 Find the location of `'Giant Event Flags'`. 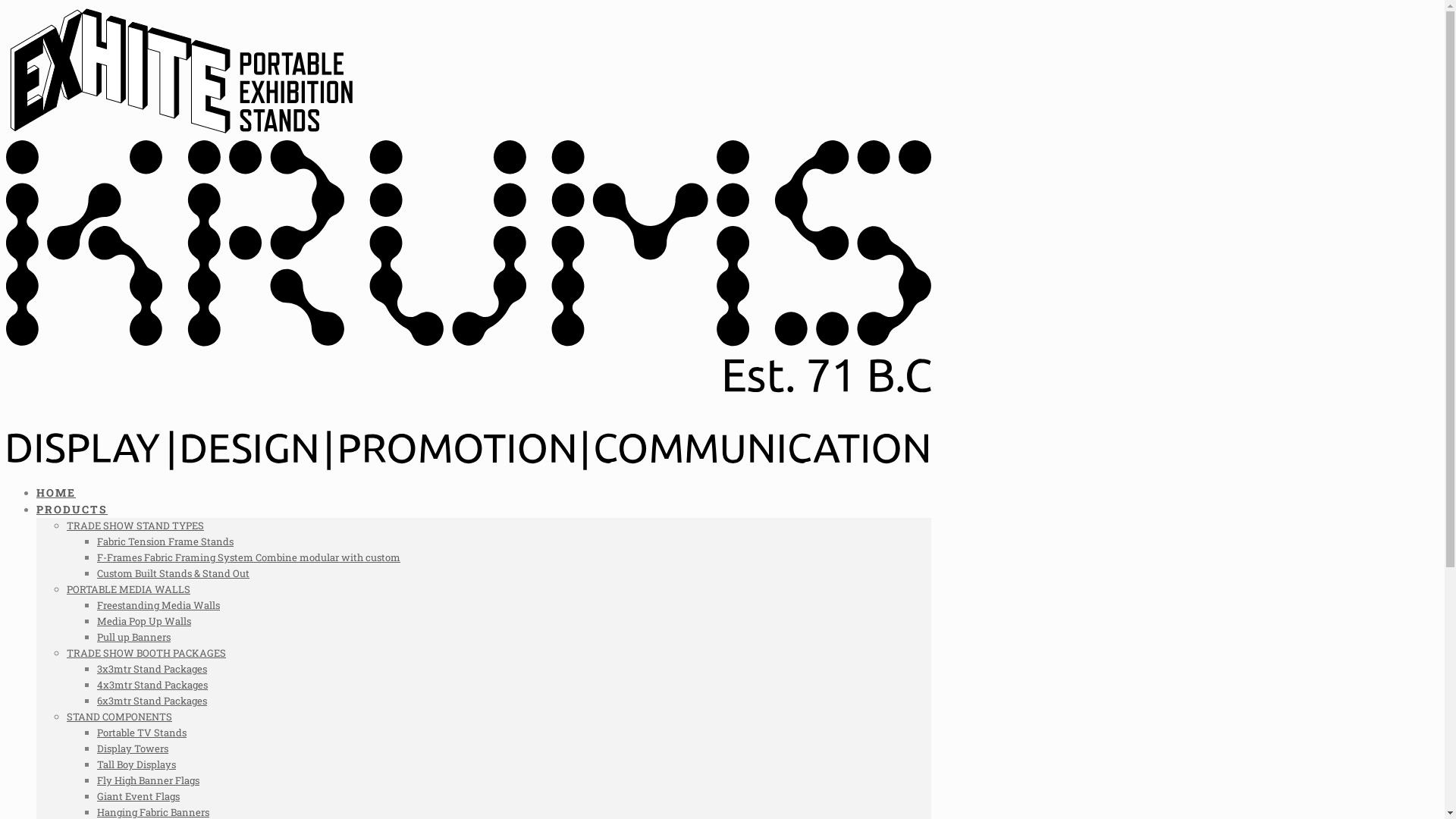

'Giant Event Flags' is located at coordinates (138, 795).